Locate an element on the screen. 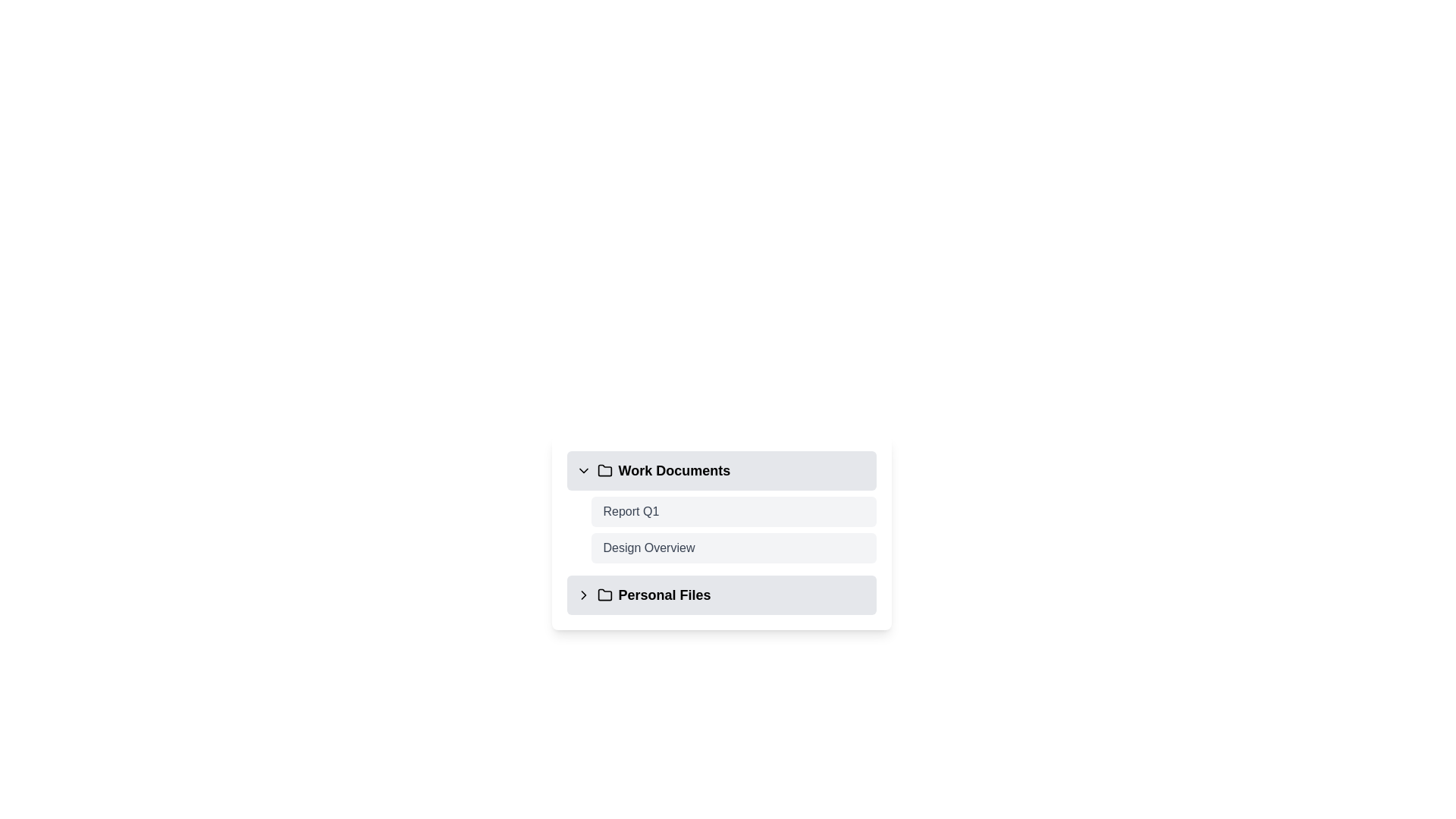 Image resolution: width=1456 pixels, height=819 pixels. the collapsible/expandable icon next to the 'Personal Files' folder is located at coordinates (582, 595).